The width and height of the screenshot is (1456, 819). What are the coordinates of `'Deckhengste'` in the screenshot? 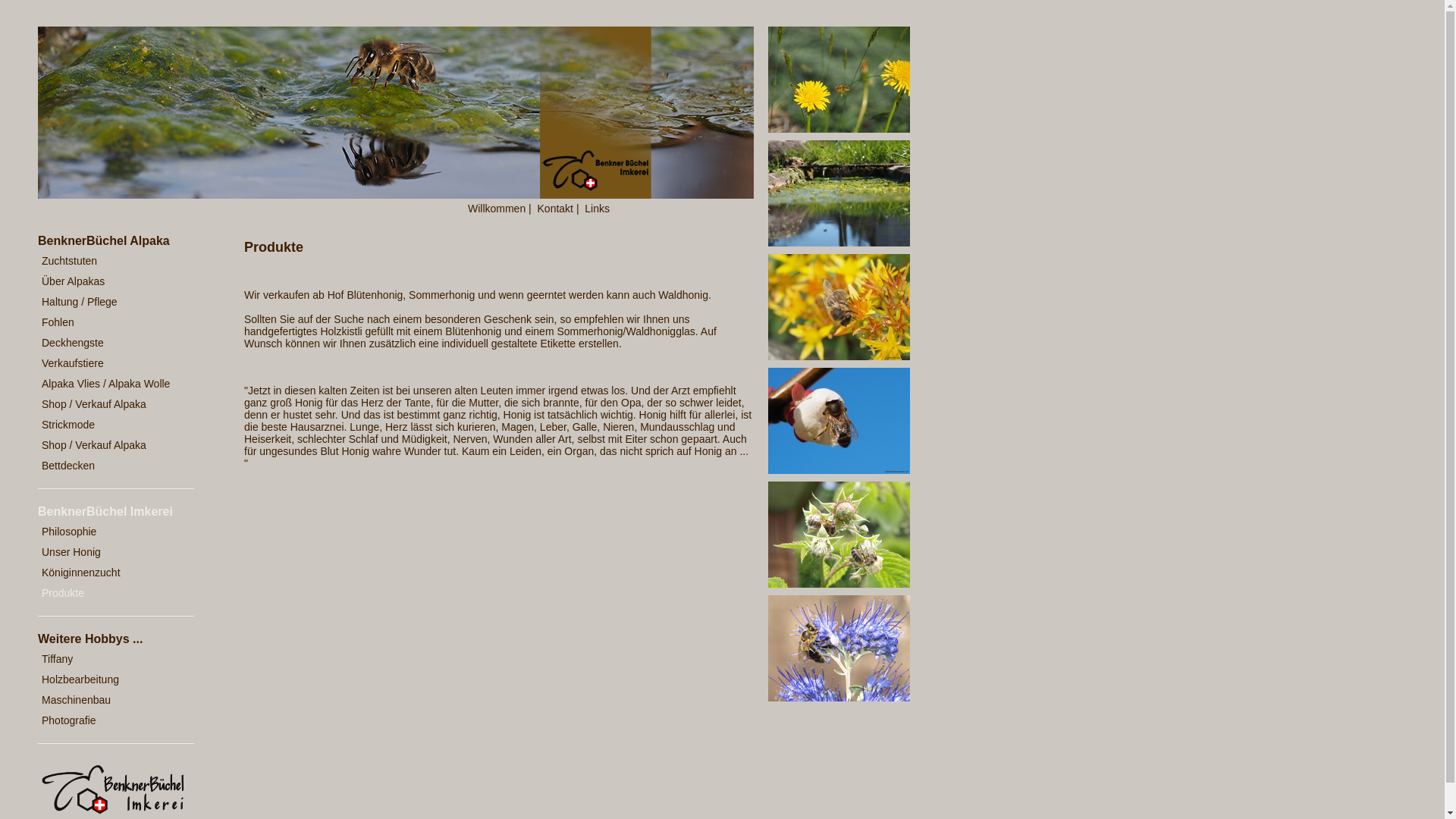 It's located at (37, 343).